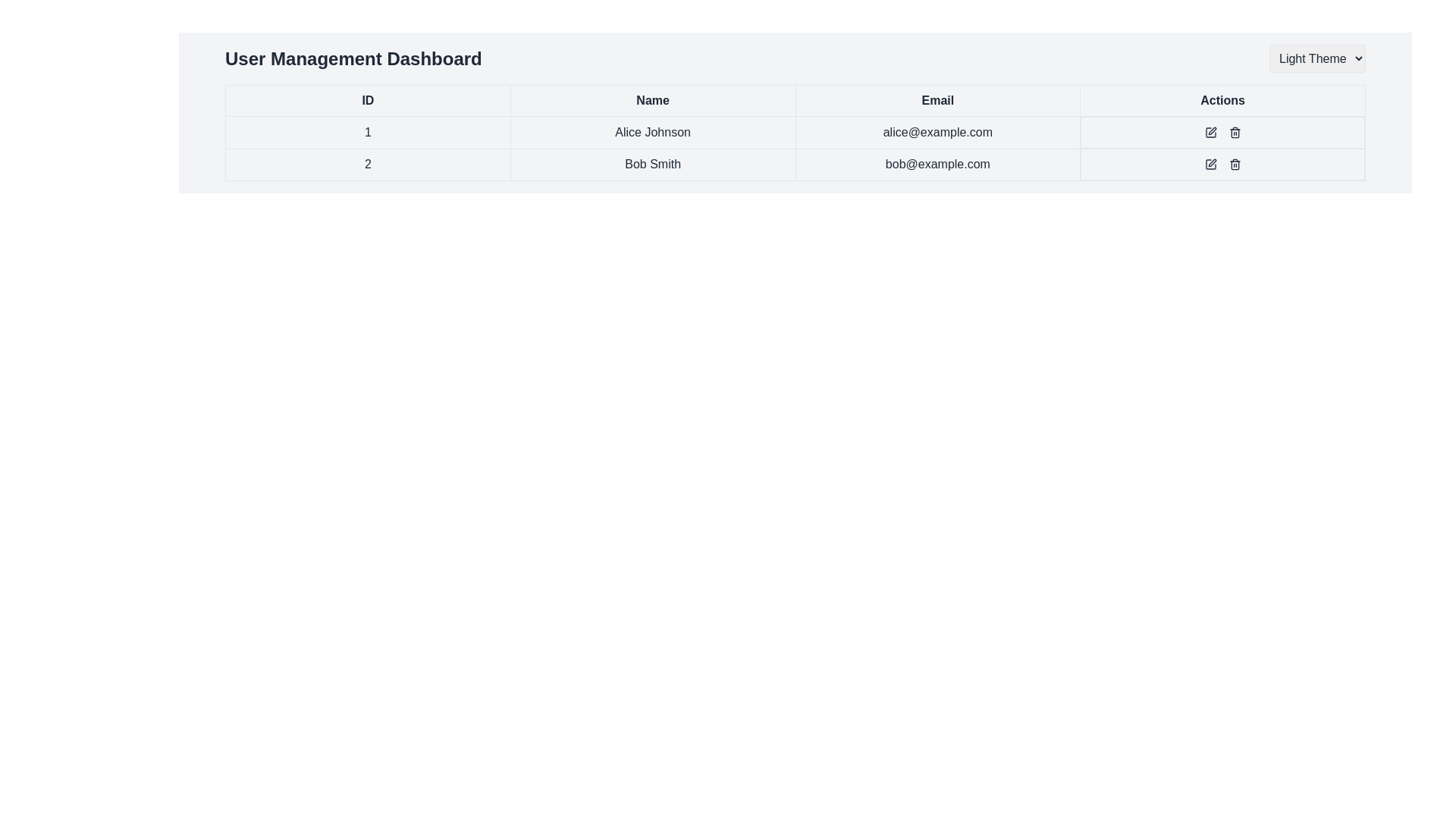 The width and height of the screenshot is (1456, 819). What do you see at coordinates (937, 131) in the screenshot?
I see `the table cell containing the email 'alice@example.com', which is located in the third column of the first data row, positioned between 'Alice Johnson' and the actions cell` at bounding box center [937, 131].